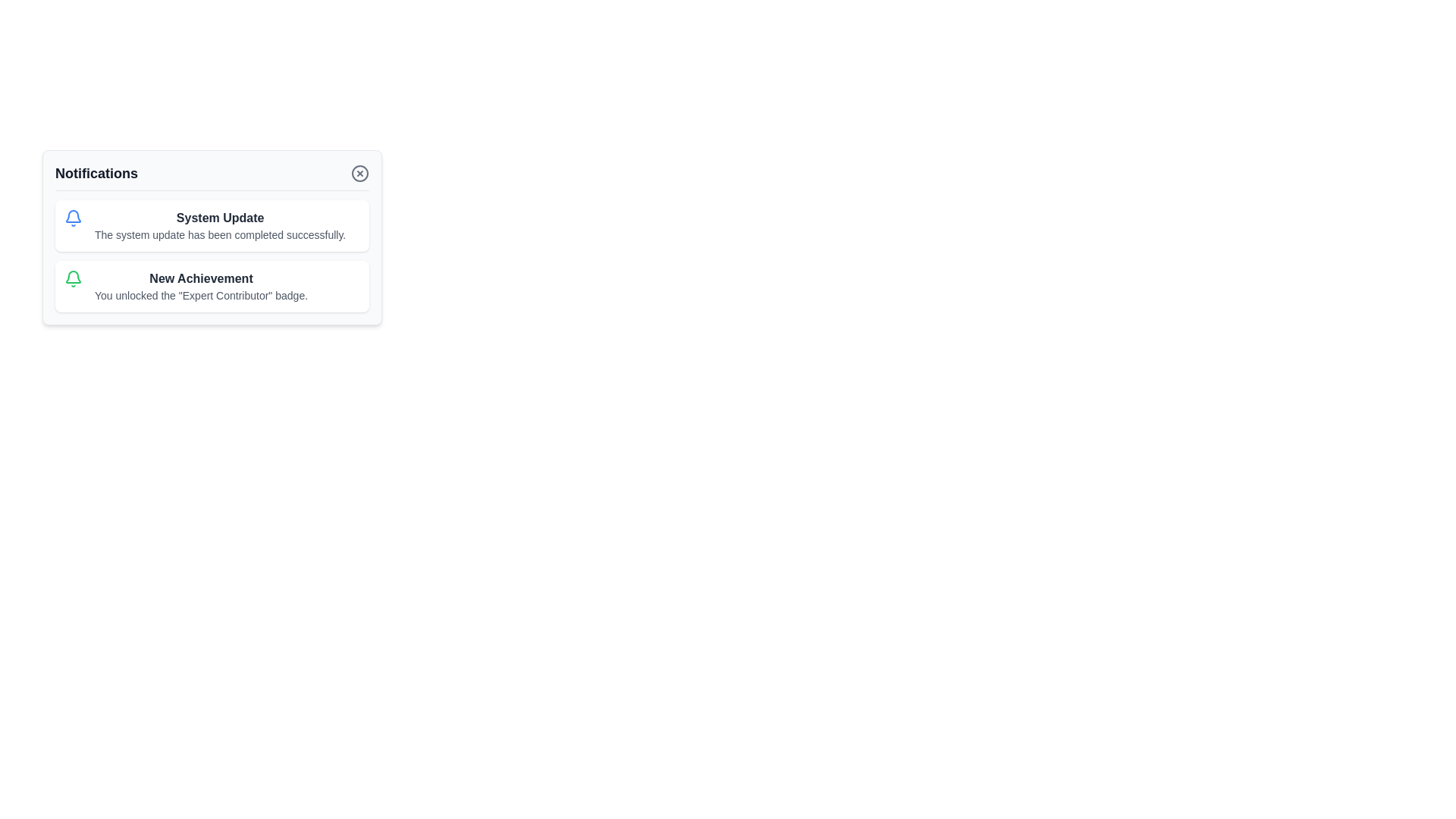 This screenshot has width=1456, height=819. Describe the element at coordinates (200, 295) in the screenshot. I see `the notification message text that informs the user of achieving the 'Expert Contributor' badge, located below the heading 'New Achievement' in the second notification card under the 'Notifications' section` at that location.